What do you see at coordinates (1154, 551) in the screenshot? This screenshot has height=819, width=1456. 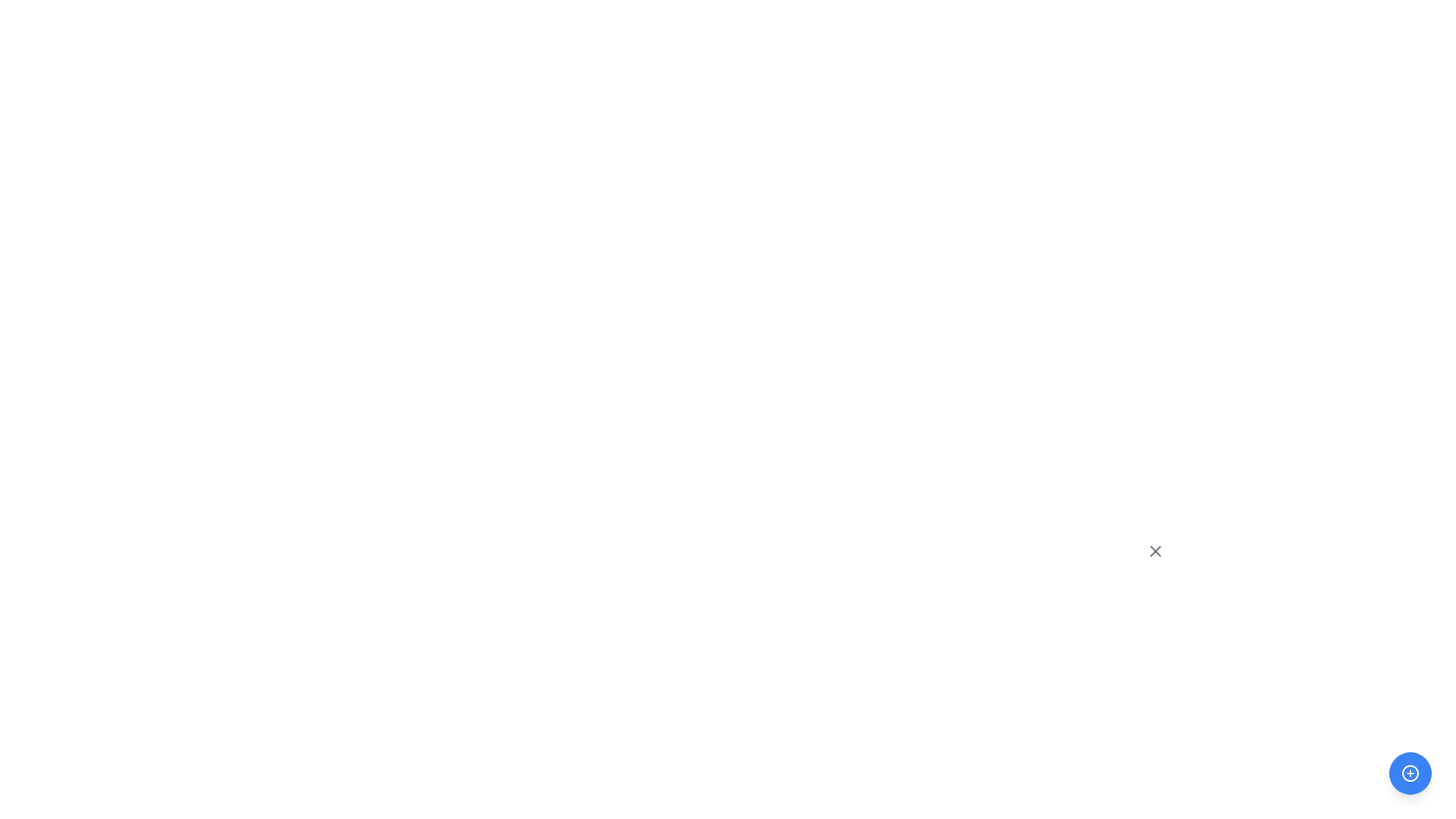 I see `the gray diagonal cross icon representing 'close' or 'cancel' functionality` at bounding box center [1154, 551].